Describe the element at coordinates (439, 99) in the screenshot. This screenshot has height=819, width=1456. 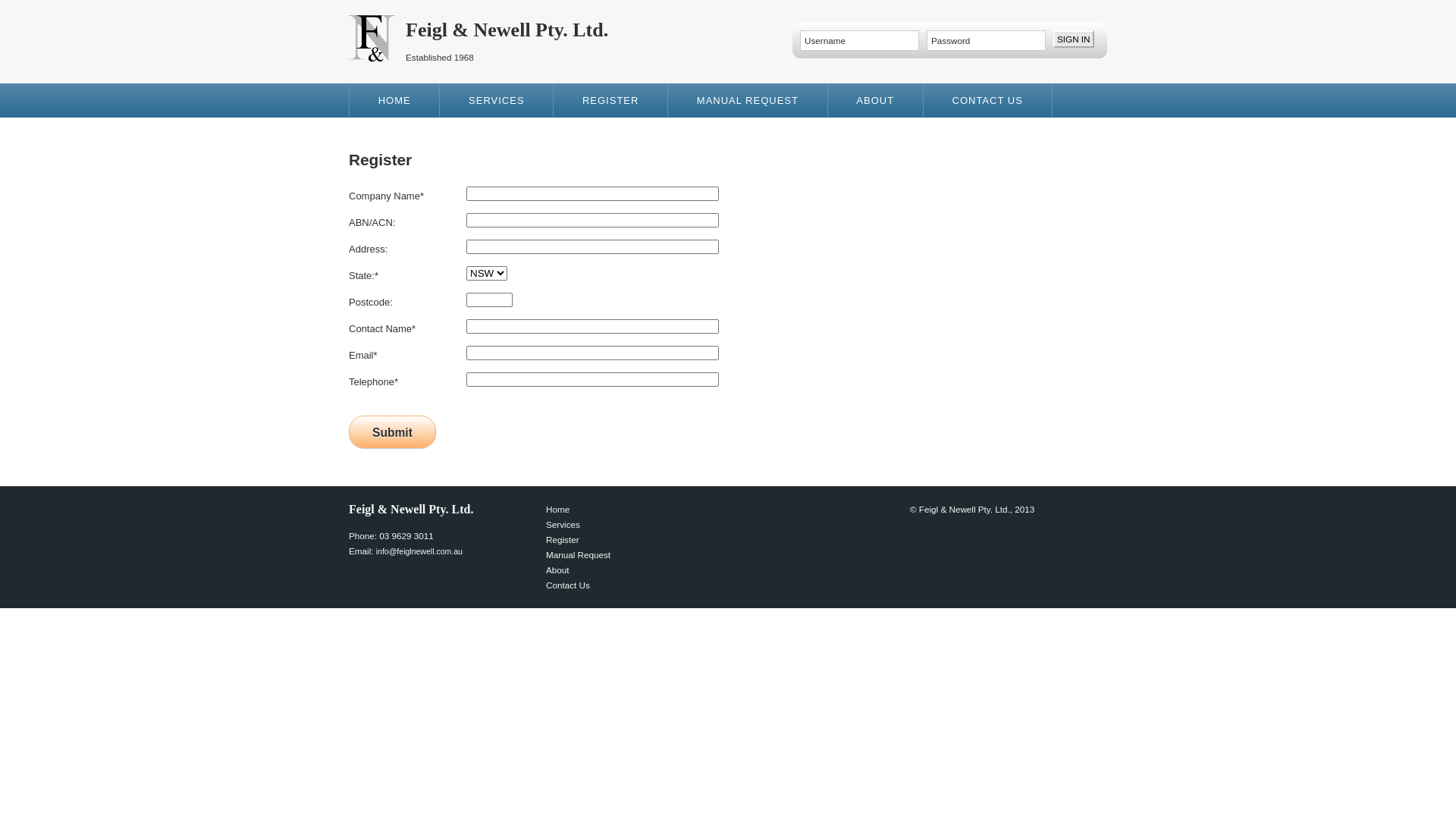
I see `'SERVICES'` at that location.